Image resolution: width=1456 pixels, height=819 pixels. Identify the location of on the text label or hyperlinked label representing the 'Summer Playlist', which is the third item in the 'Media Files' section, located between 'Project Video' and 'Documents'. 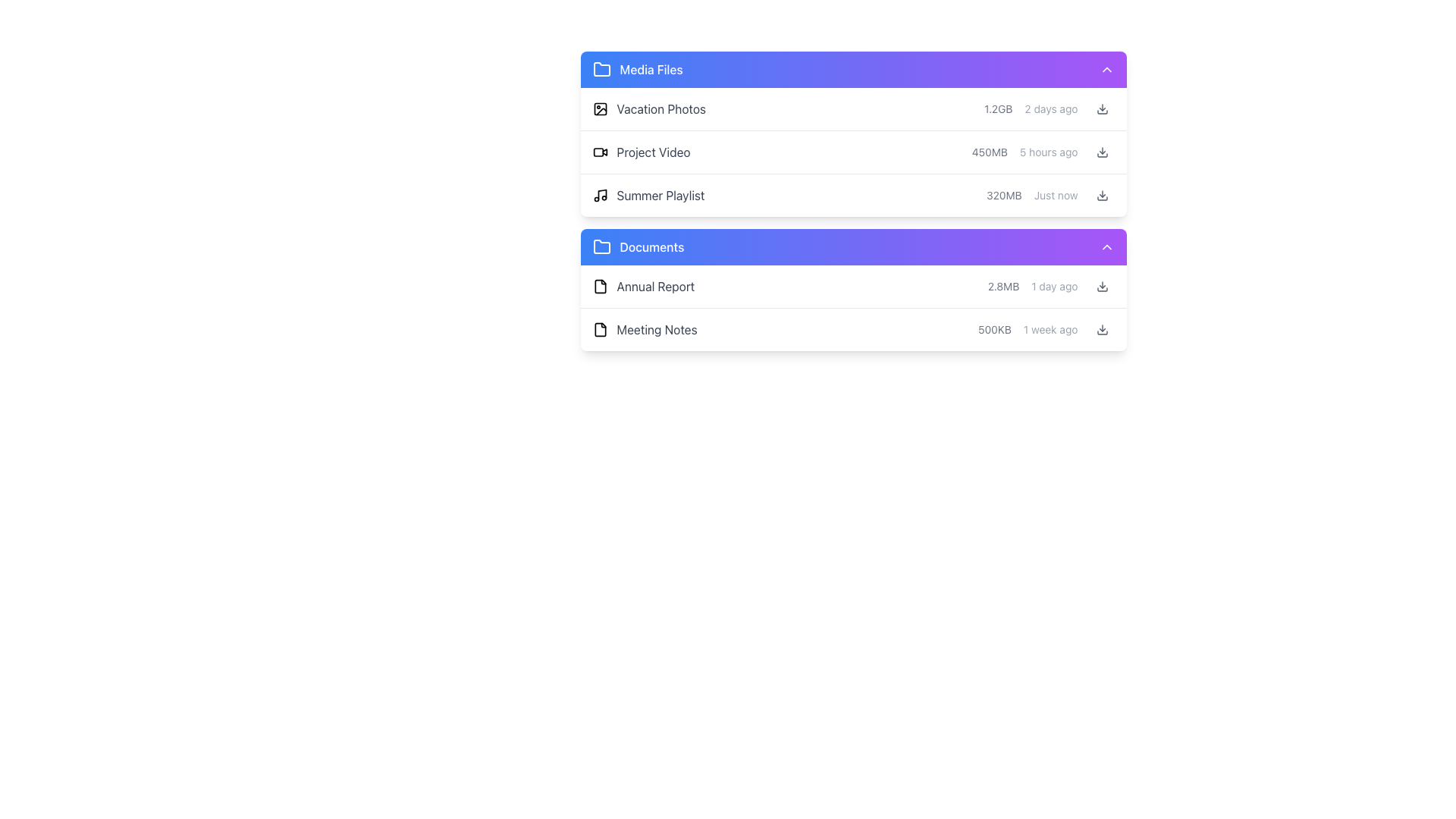
(661, 195).